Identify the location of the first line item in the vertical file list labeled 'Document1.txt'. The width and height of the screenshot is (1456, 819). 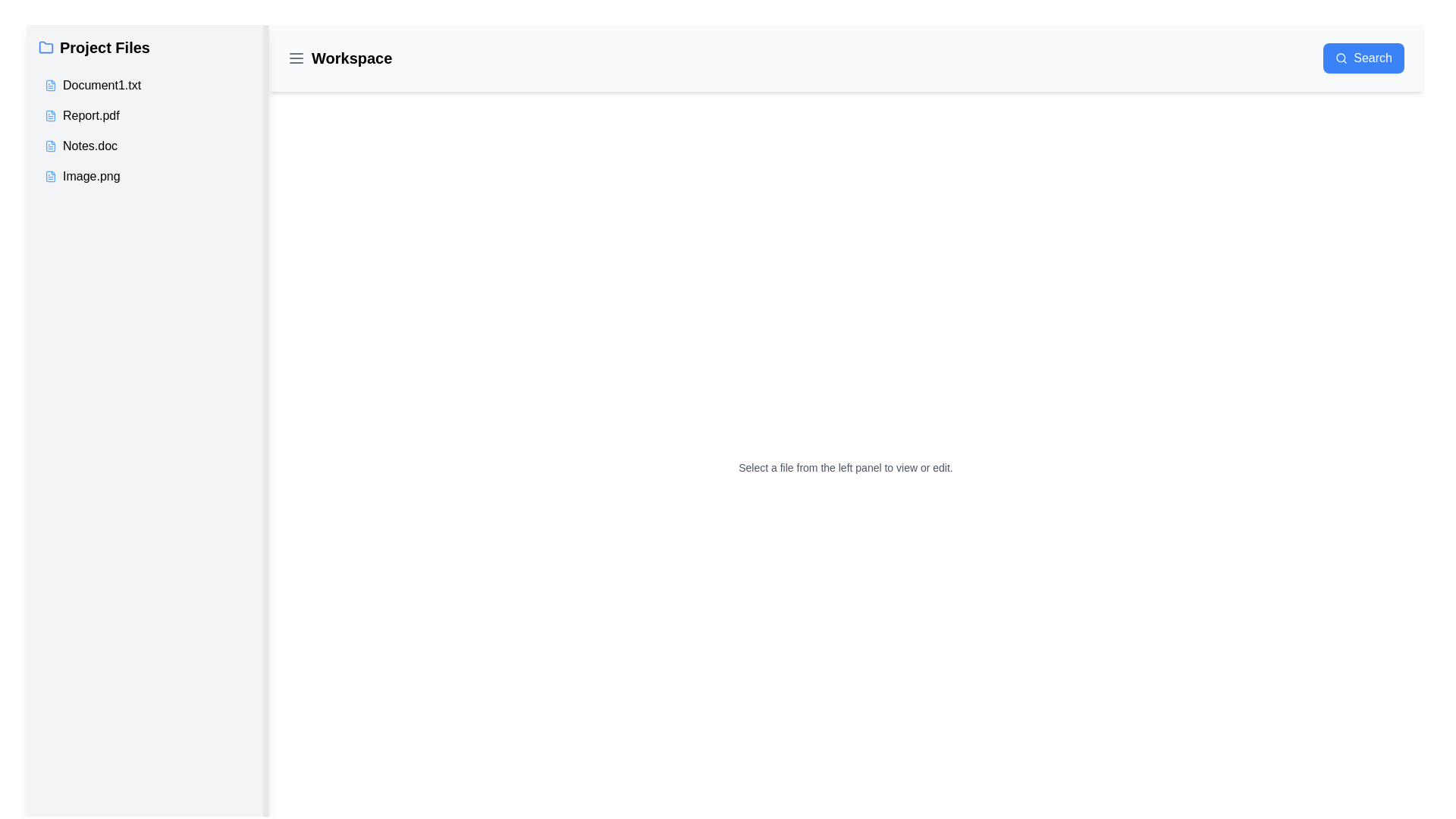
(148, 85).